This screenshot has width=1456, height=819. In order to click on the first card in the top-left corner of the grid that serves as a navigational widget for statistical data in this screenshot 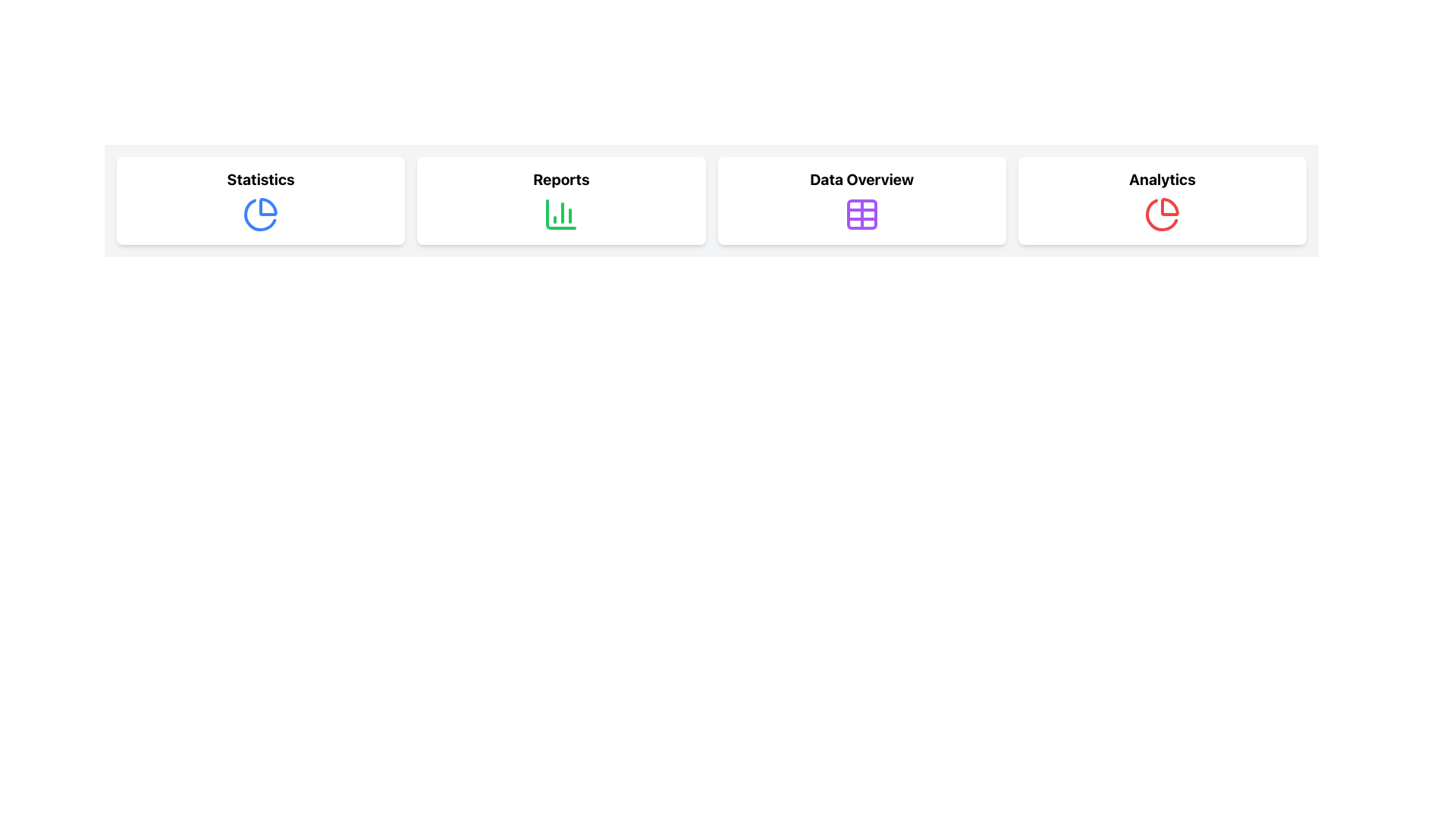, I will do `click(261, 200)`.